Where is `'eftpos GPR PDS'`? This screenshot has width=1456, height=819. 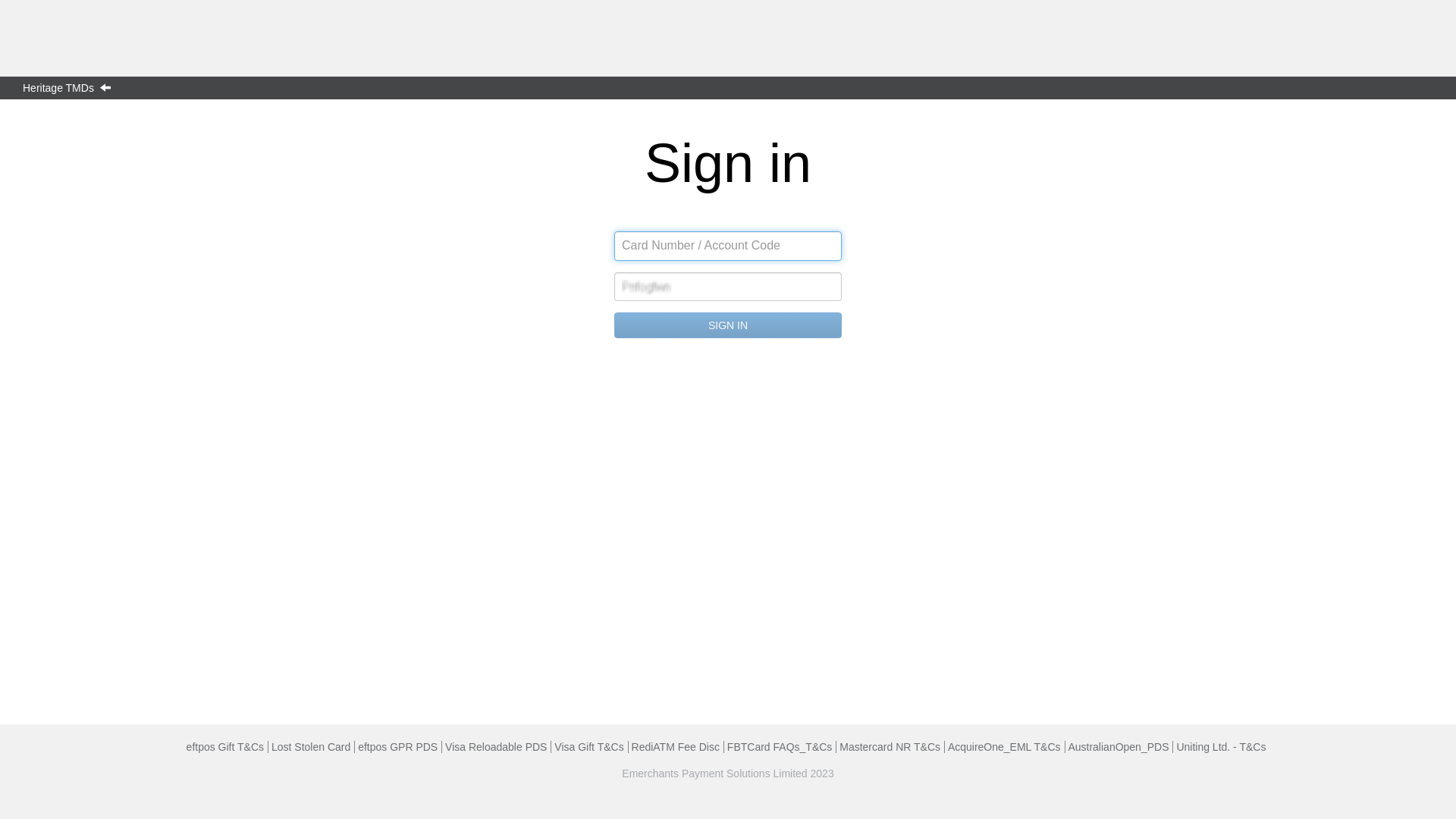 'eftpos GPR PDS' is located at coordinates (397, 745).